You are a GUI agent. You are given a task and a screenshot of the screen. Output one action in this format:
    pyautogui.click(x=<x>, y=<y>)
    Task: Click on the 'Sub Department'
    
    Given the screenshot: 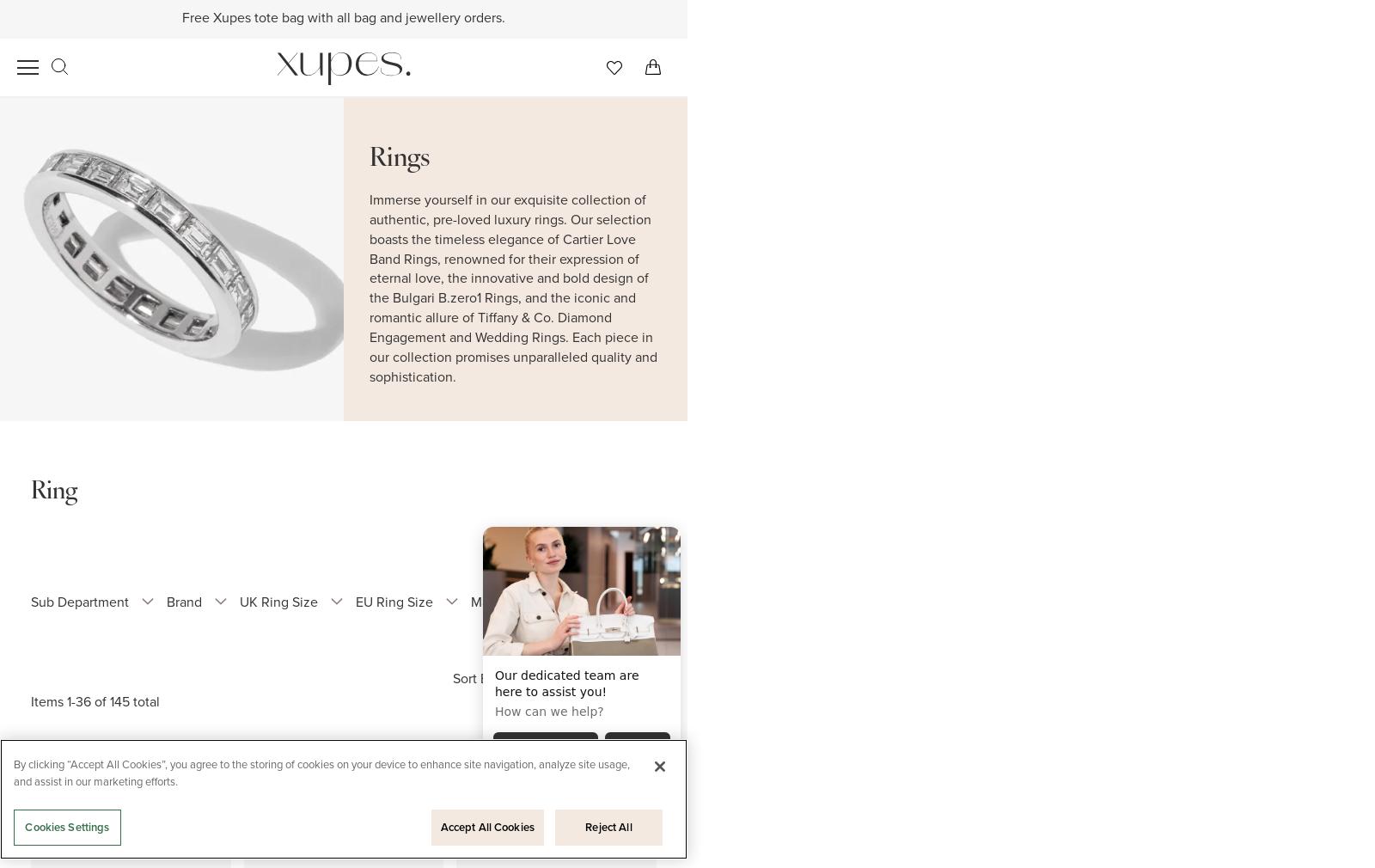 What is the action you would take?
    pyautogui.click(x=78, y=601)
    